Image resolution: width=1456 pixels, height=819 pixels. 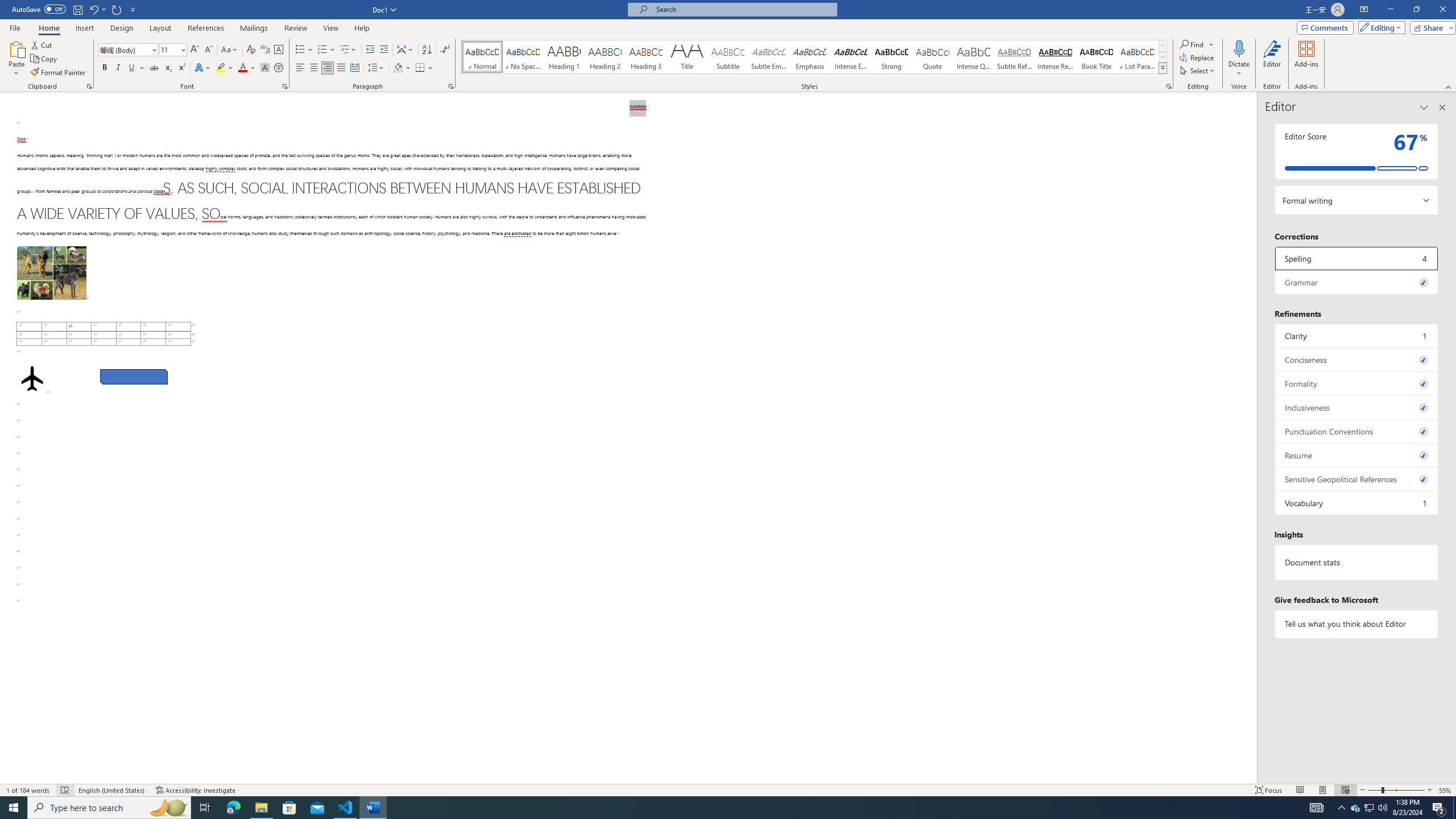 What do you see at coordinates (850, 56) in the screenshot?
I see `'Intense Emphasis'` at bounding box center [850, 56].